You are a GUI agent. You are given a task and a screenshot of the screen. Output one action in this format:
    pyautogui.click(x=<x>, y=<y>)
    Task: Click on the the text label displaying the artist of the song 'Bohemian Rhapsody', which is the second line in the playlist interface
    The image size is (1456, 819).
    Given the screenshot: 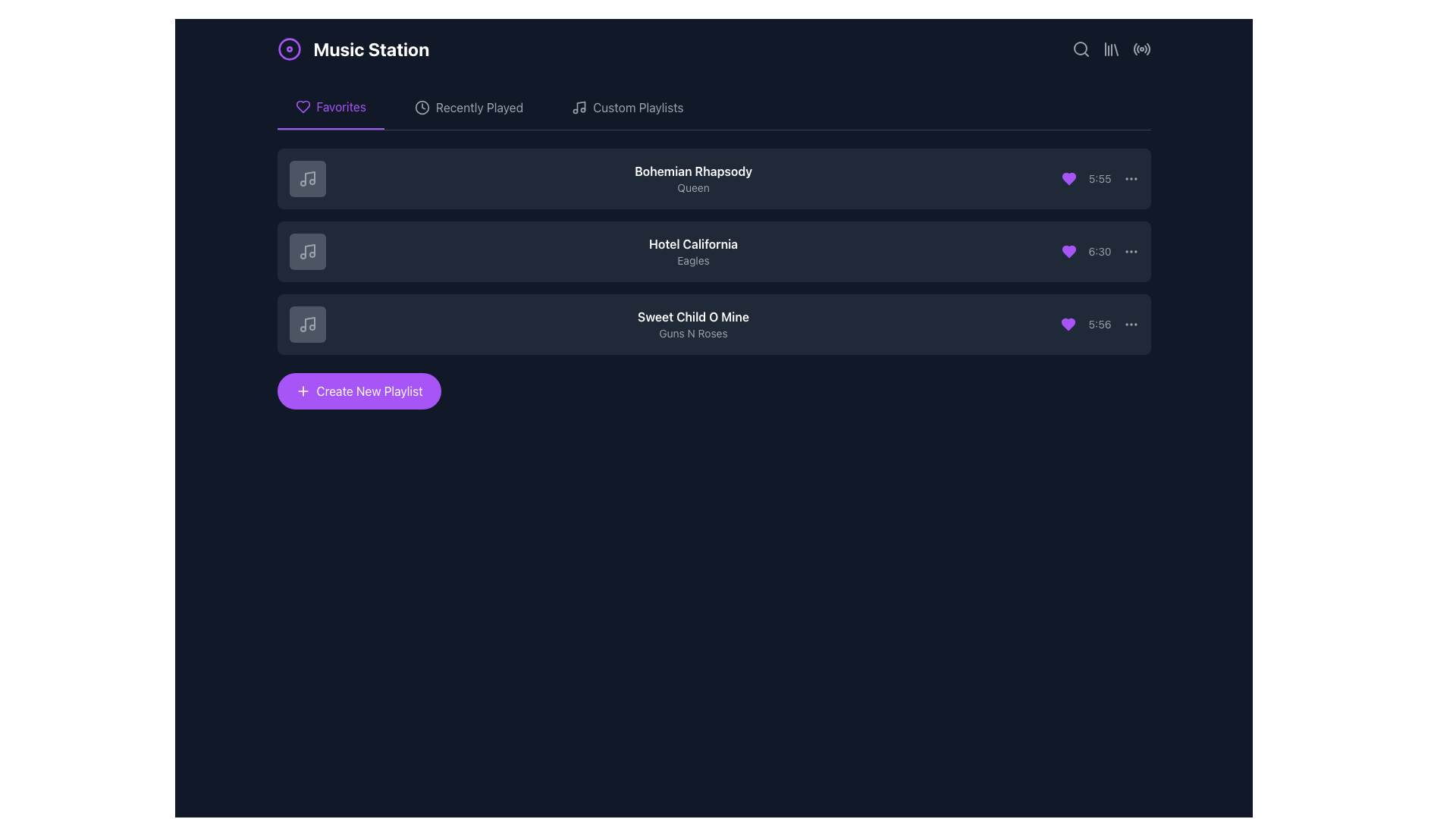 What is the action you would take?
    pyautogui.click(x=692, y=187)
    